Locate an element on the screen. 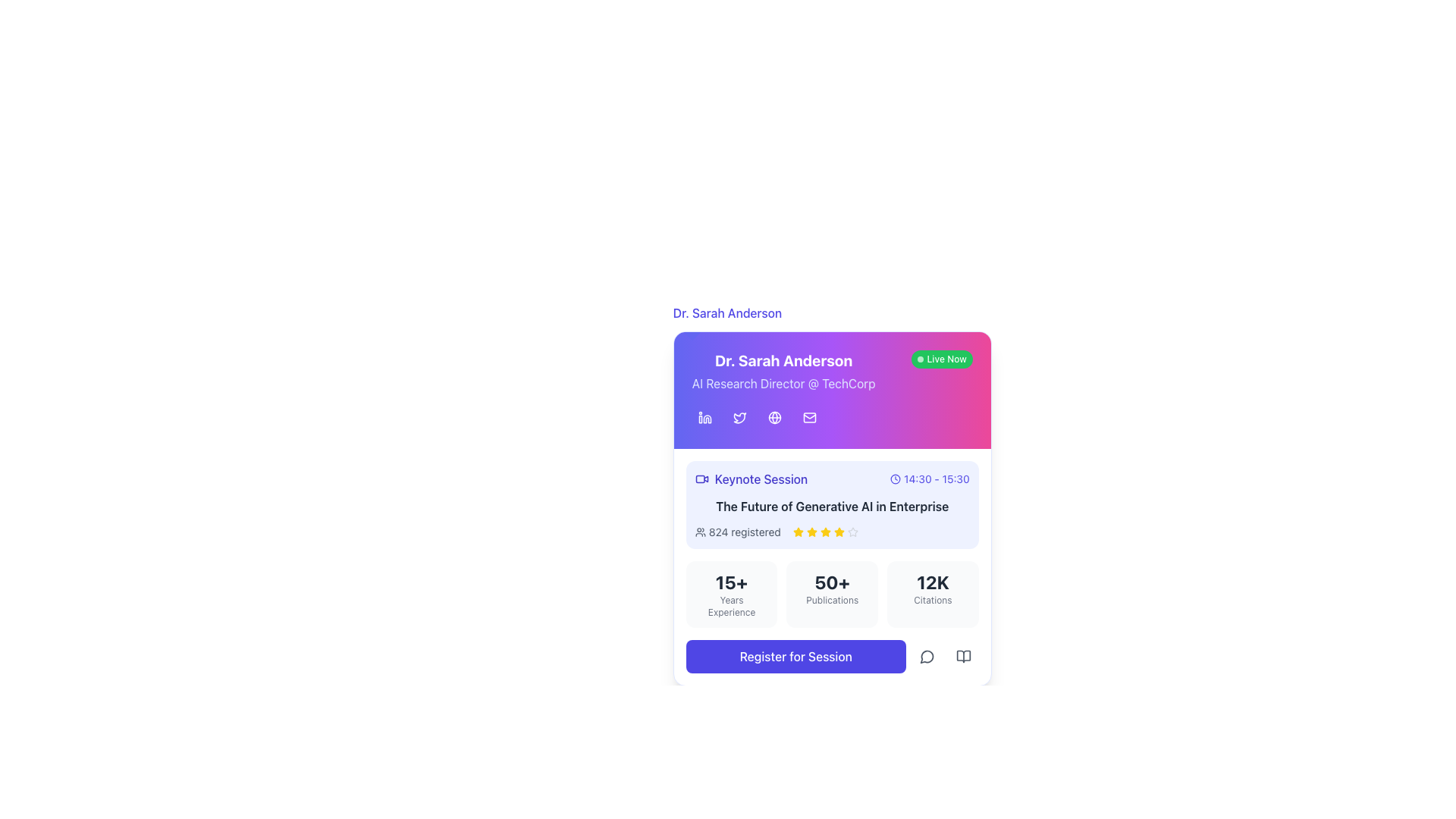 The height and width of the screenshot is (819, 1456). the Twitter icon, which is a stylized bird on a purple background is located at coordinates (739, 418).